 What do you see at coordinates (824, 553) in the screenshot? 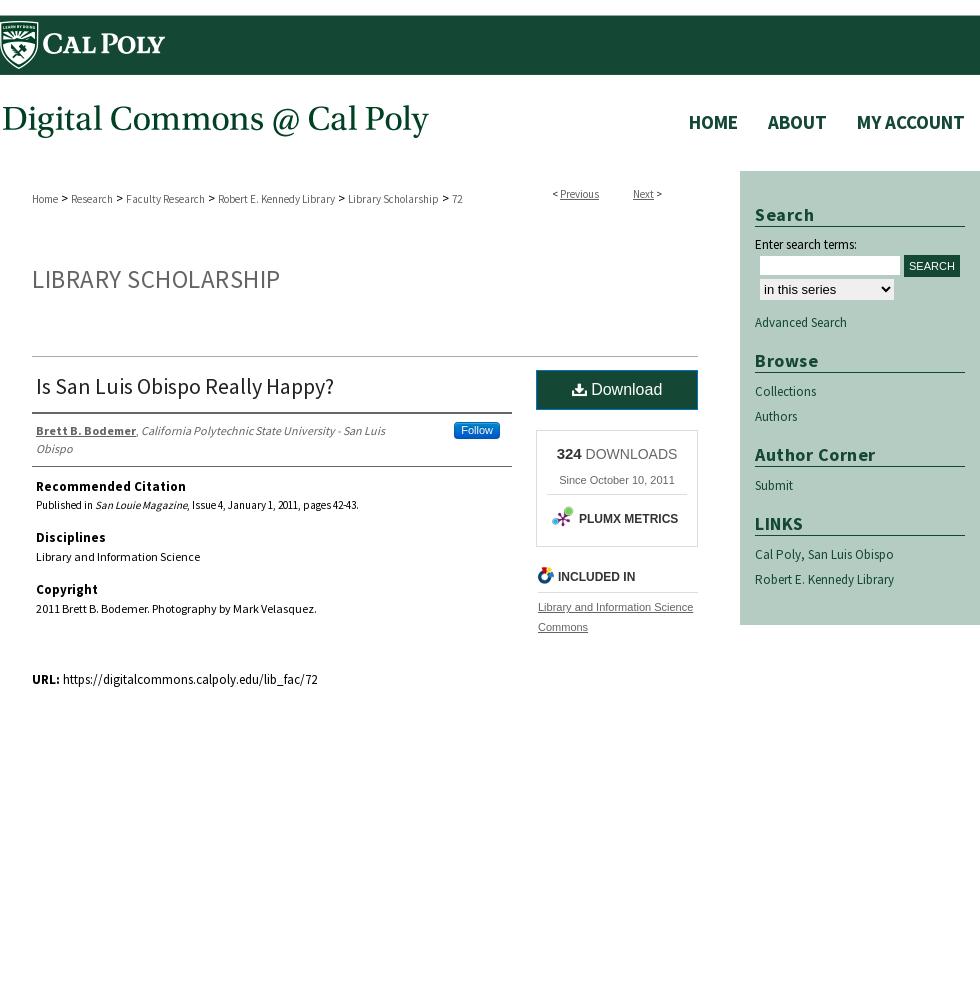
I see `'Cal Poly, San Luis Obispo'` at bounding box center [824, 553].